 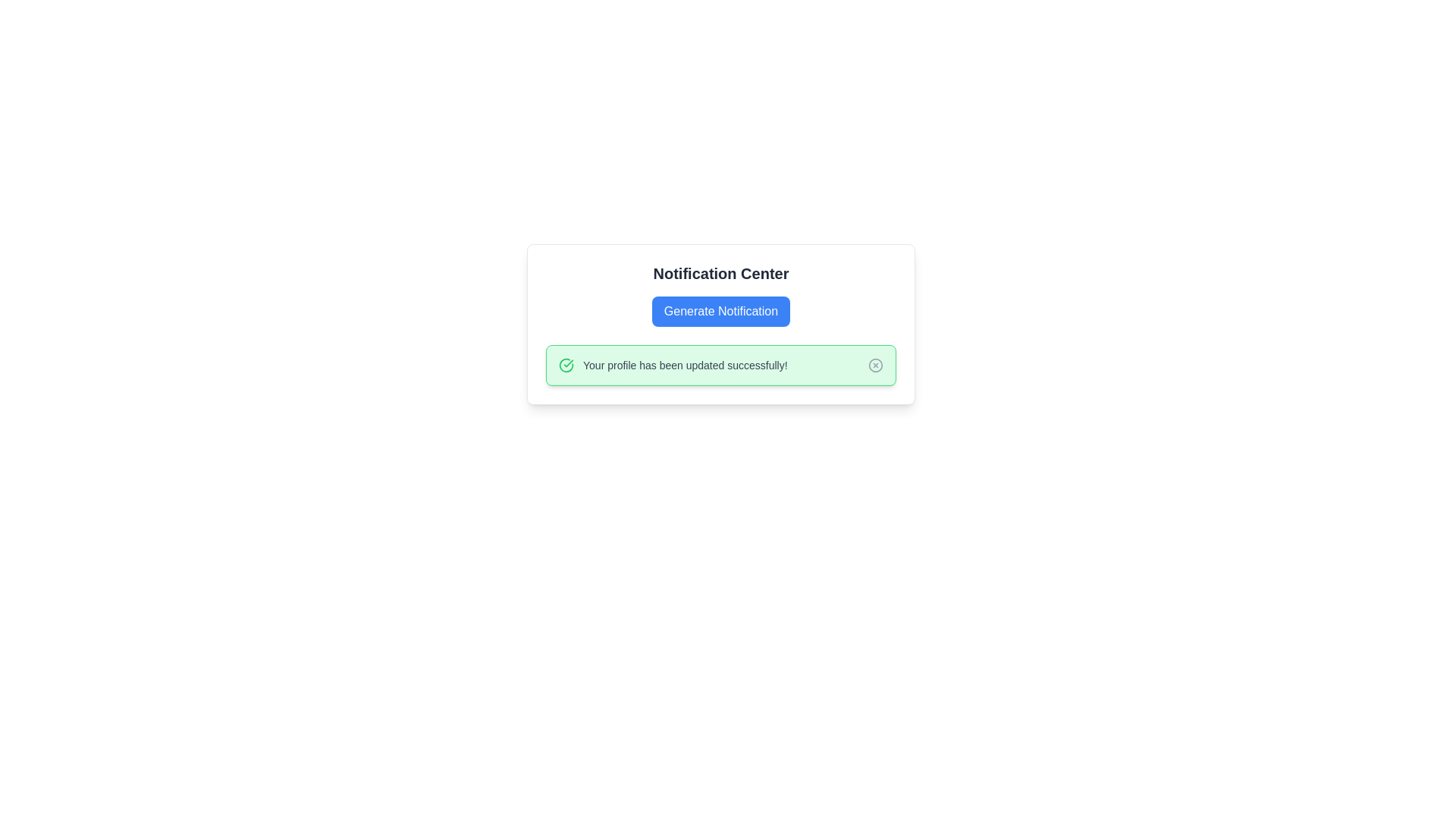 I want to click on the 'Generate Notification' button, which is a rectangular button with a blue background and white text, located below the 'Notification Center' heading, so click(x=720, y=311).